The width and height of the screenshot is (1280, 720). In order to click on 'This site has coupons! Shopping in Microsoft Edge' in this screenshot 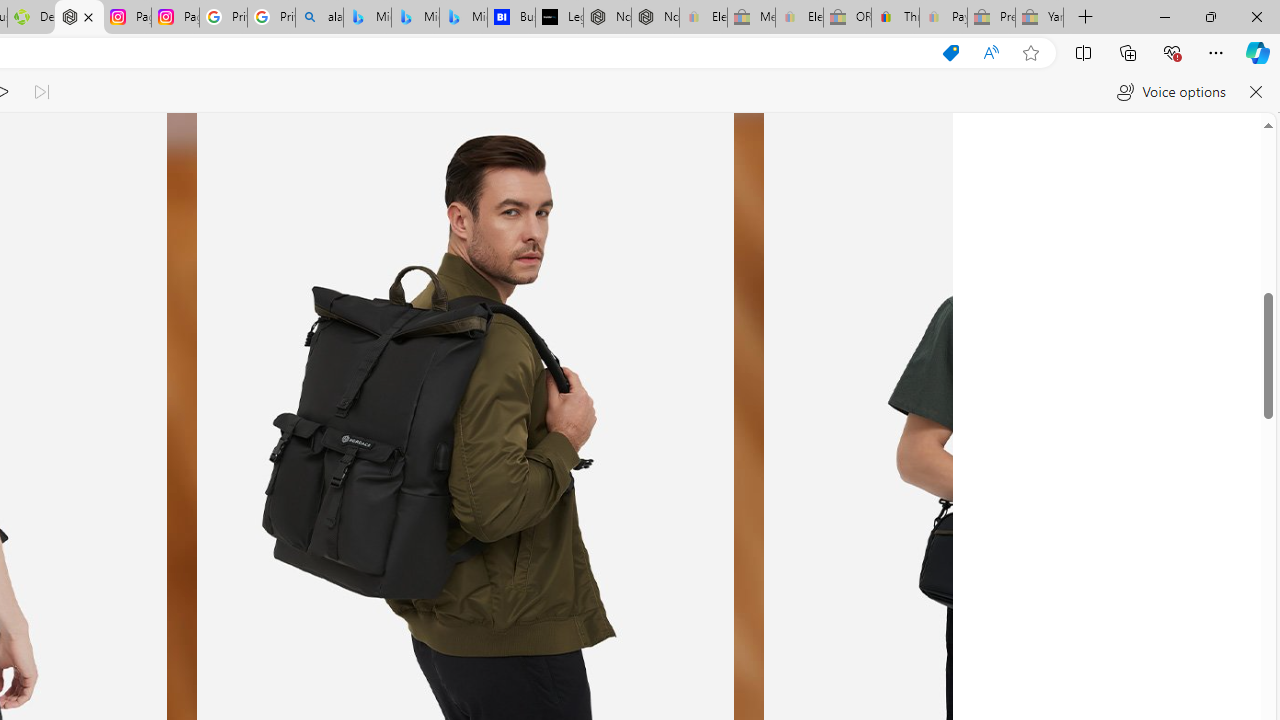, I will do `click(950, 52)`.